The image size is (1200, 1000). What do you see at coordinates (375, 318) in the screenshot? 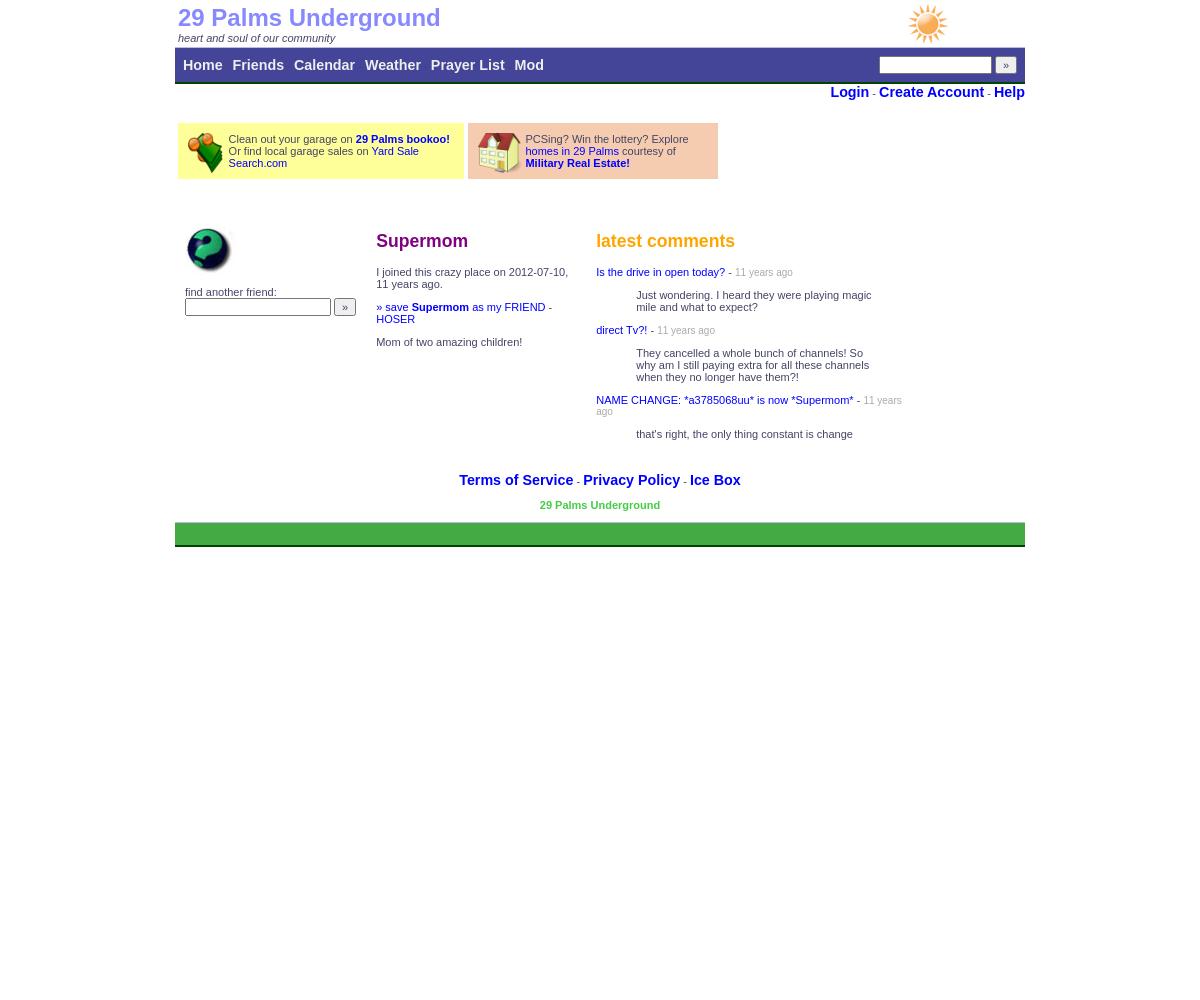
I see `'HOSER'` at bounding box center [375, 318].